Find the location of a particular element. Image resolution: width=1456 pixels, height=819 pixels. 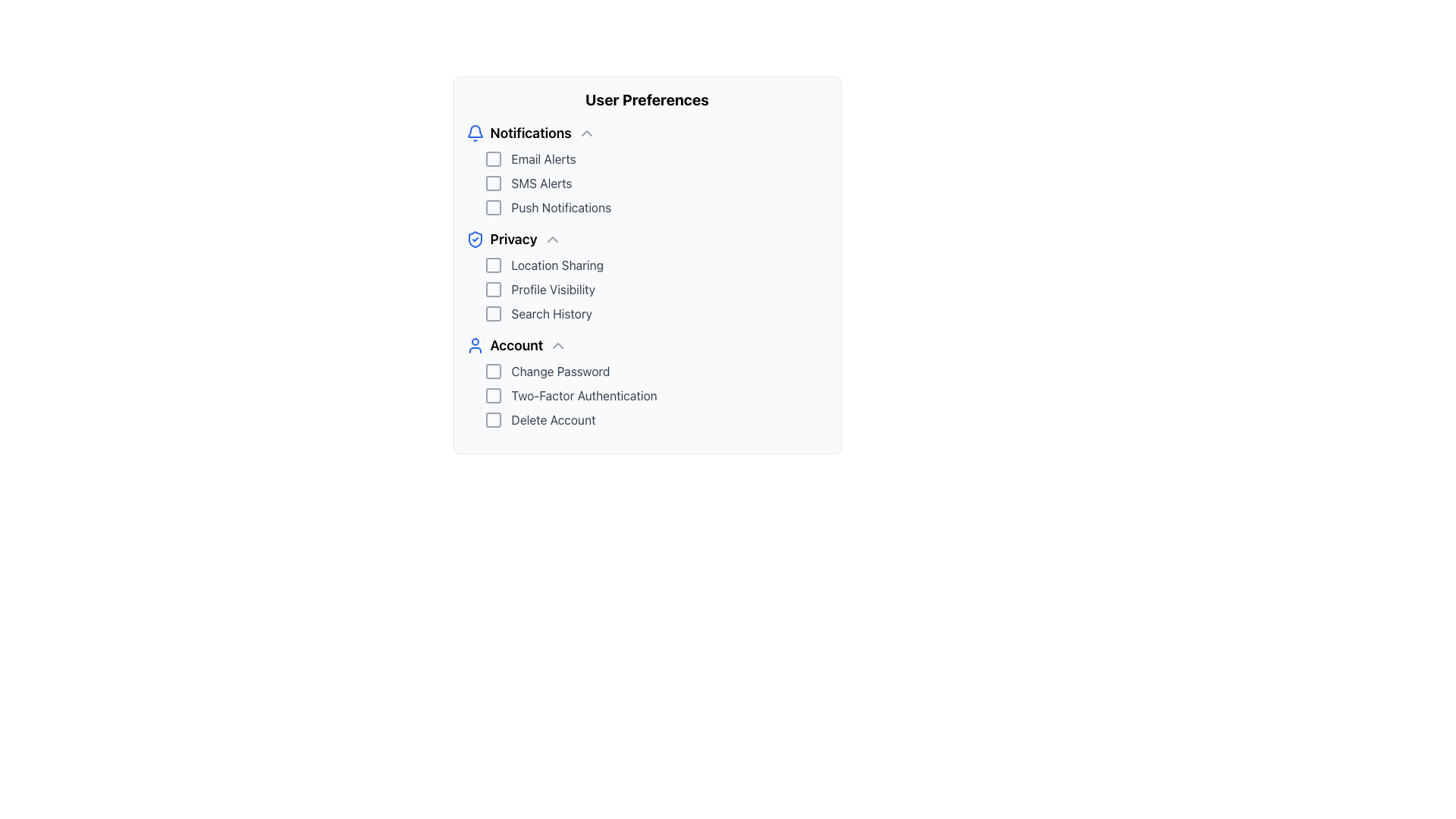

text of the 'Notifications' text label, which is bold and prominently displayed at the top of the User Preferences section, located between a bell icon and a chevron icon is located at coordinates (531, 133).